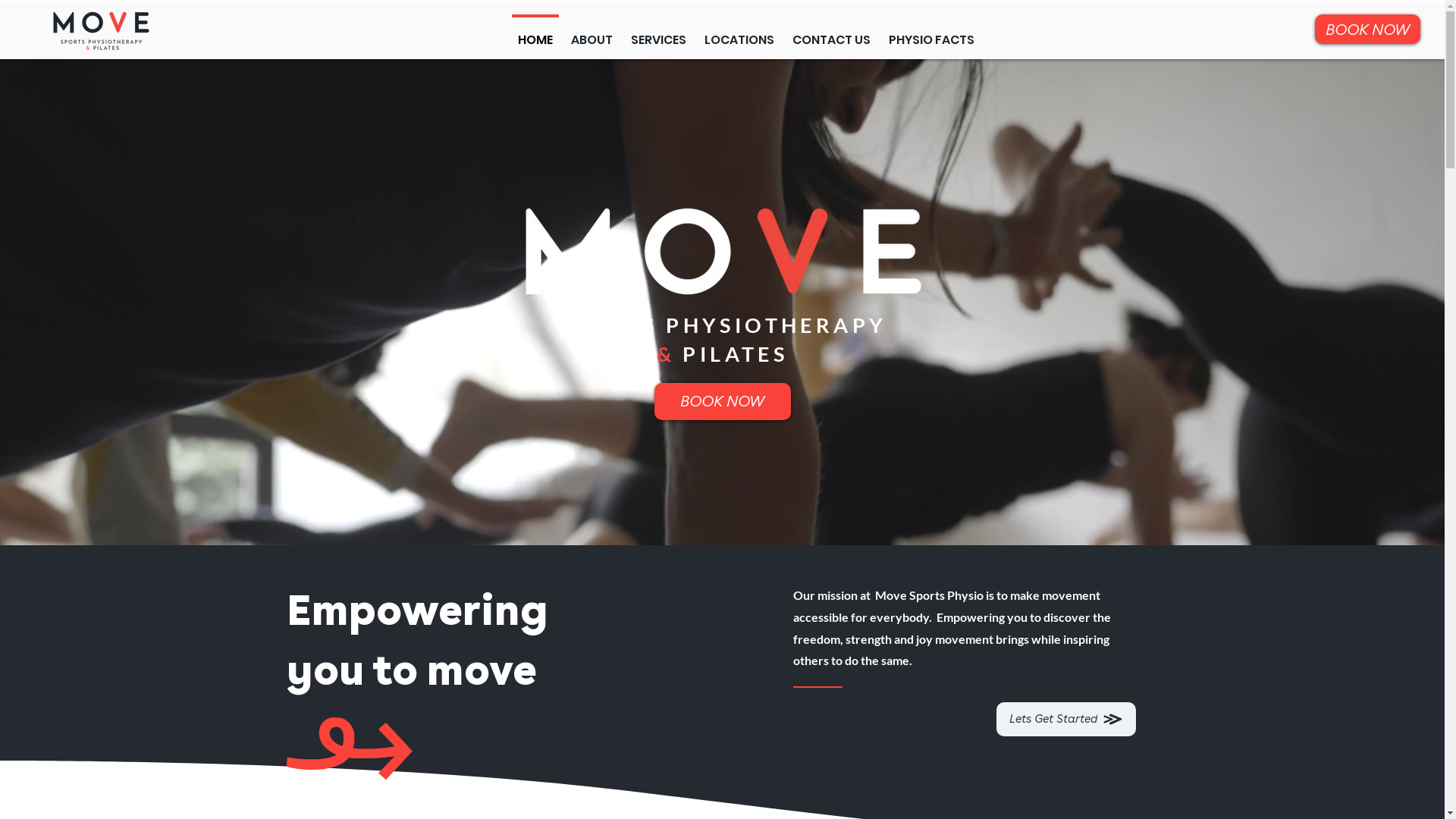 Image resolution: width=1456 pixels, height=819 pixels. What do you see at coordinates (591, 33) in the screenshot?
I see `'ABOUT'` at bounding box center [591, 33].